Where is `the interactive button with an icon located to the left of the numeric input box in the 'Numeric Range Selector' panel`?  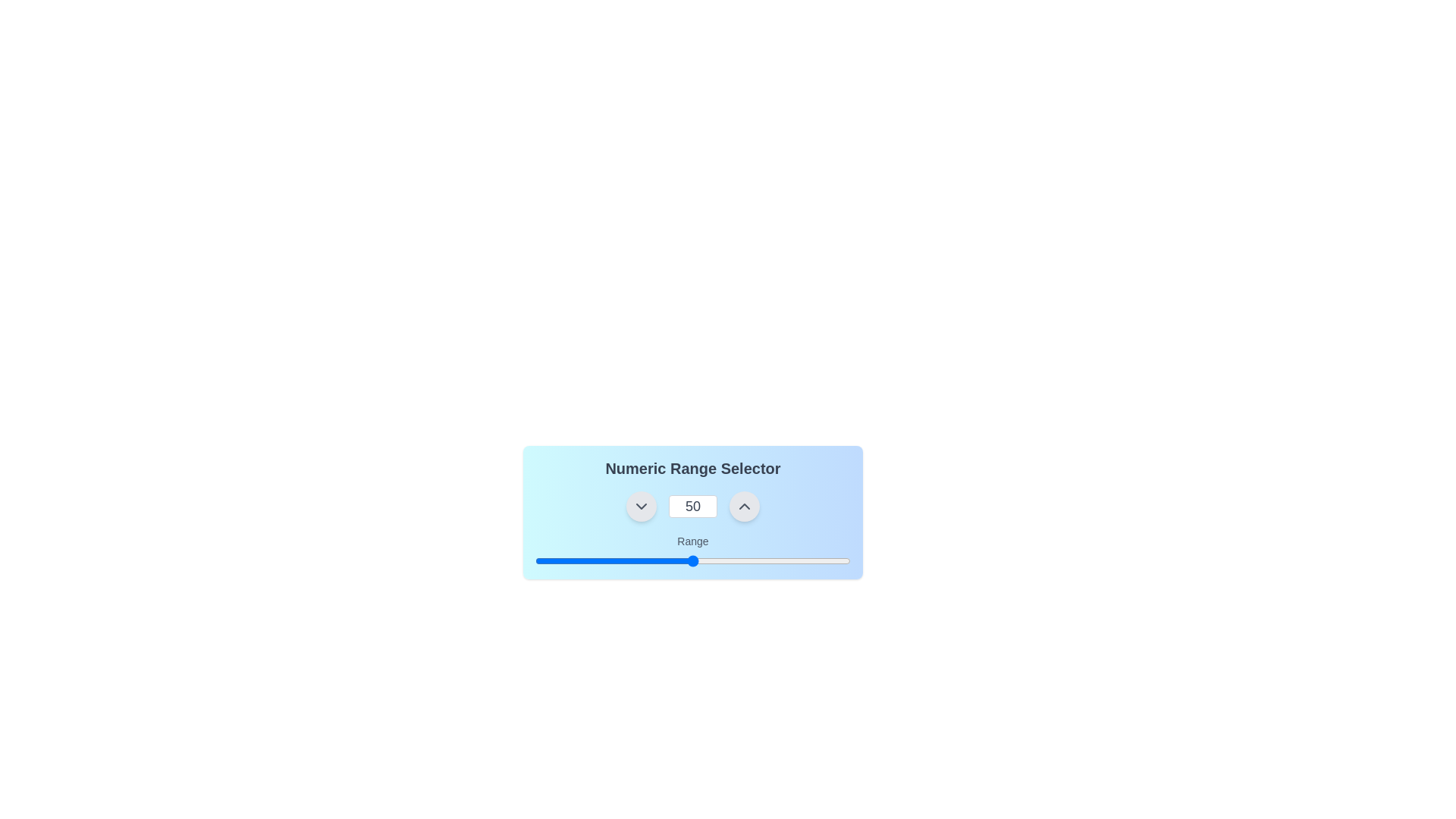
the interactive button with an icon located to the left of the numeric input box in the 'Numeric Range Selector' panel is located at coordinates (641, 506).